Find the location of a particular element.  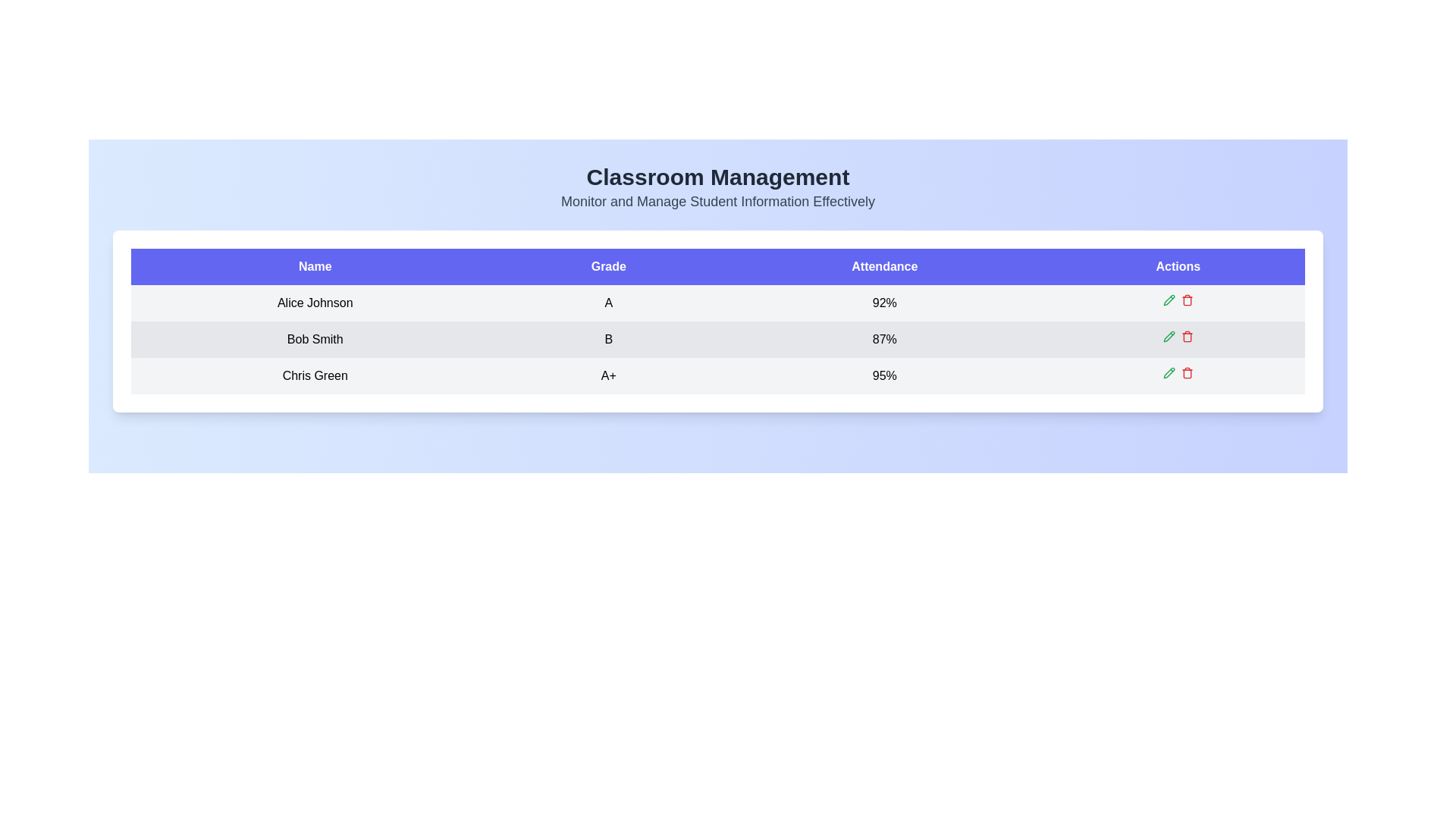

the text label 'Classroom Management' which is a bold, large text block in dark grey on a light blue background located near the top of the interface is located at coordinates (717, 177).